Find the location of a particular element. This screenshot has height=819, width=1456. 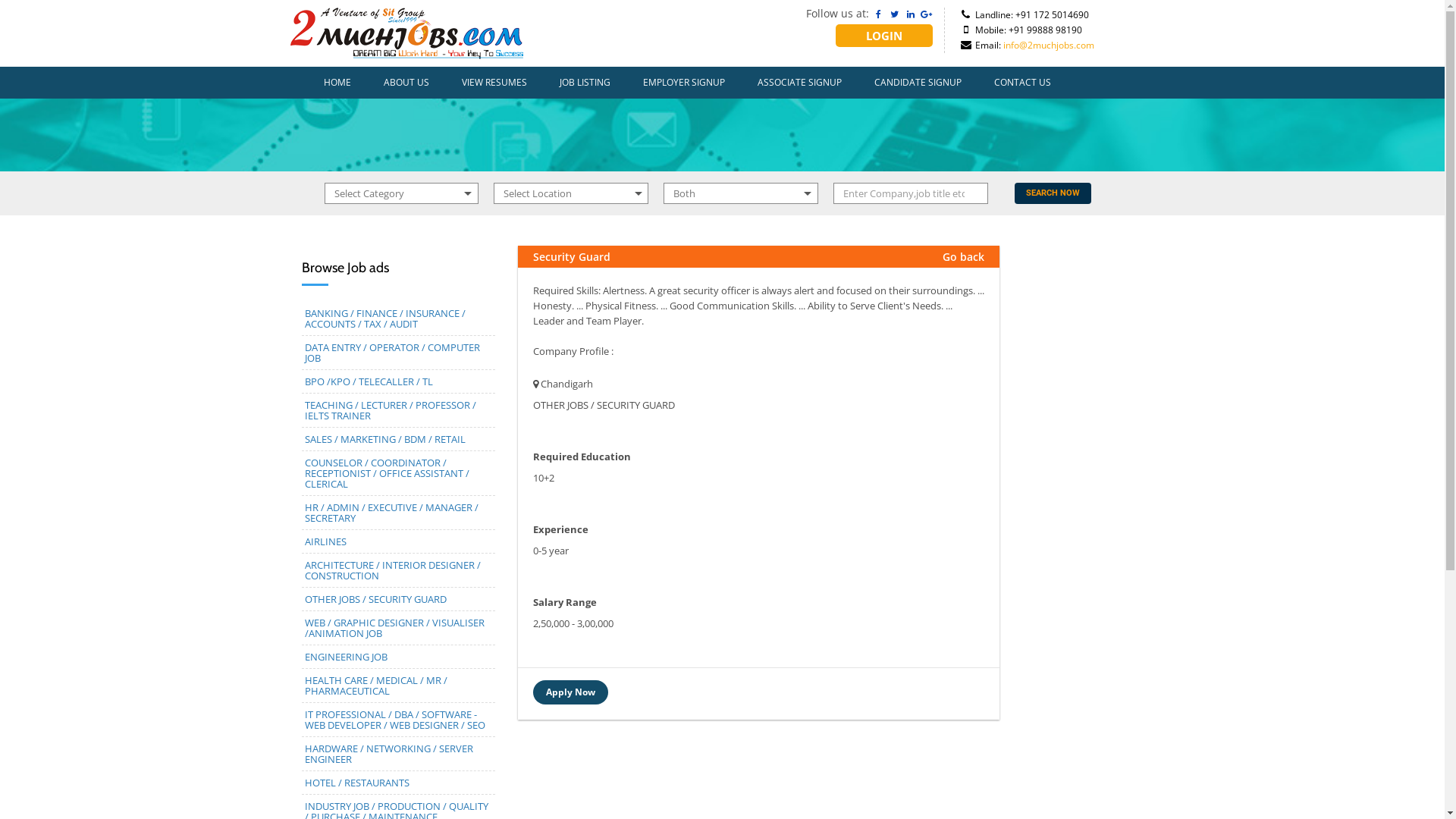

'SALES / MARKETING / BDM / RETAIL' is located at coordinates (385, 438).